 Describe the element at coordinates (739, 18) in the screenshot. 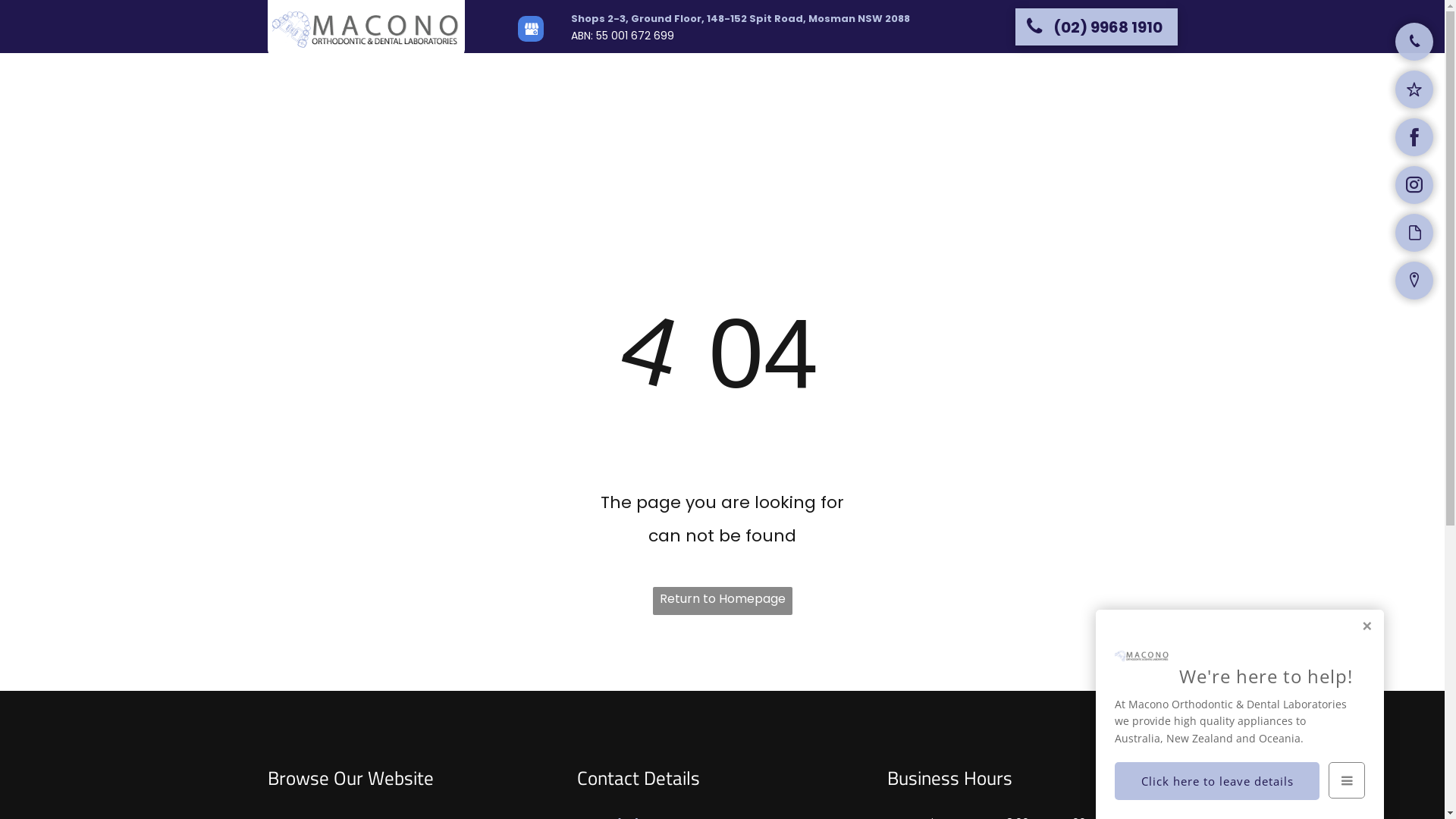

I see `'Shops 2-3, Ground Floor, 148-152 Spit Road, Mosman NSW 2088'` at that location.